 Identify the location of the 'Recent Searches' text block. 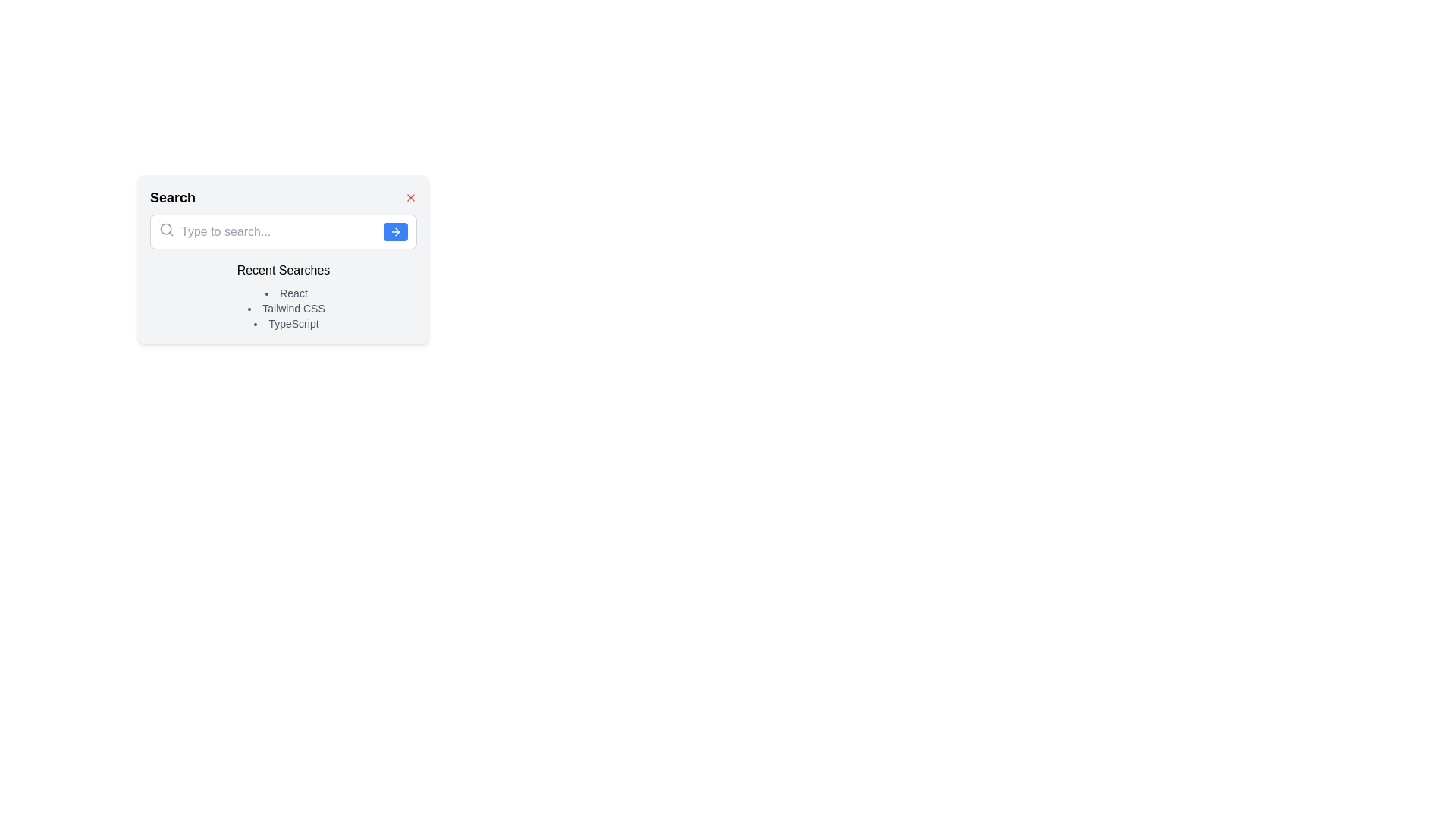
(284, 296).